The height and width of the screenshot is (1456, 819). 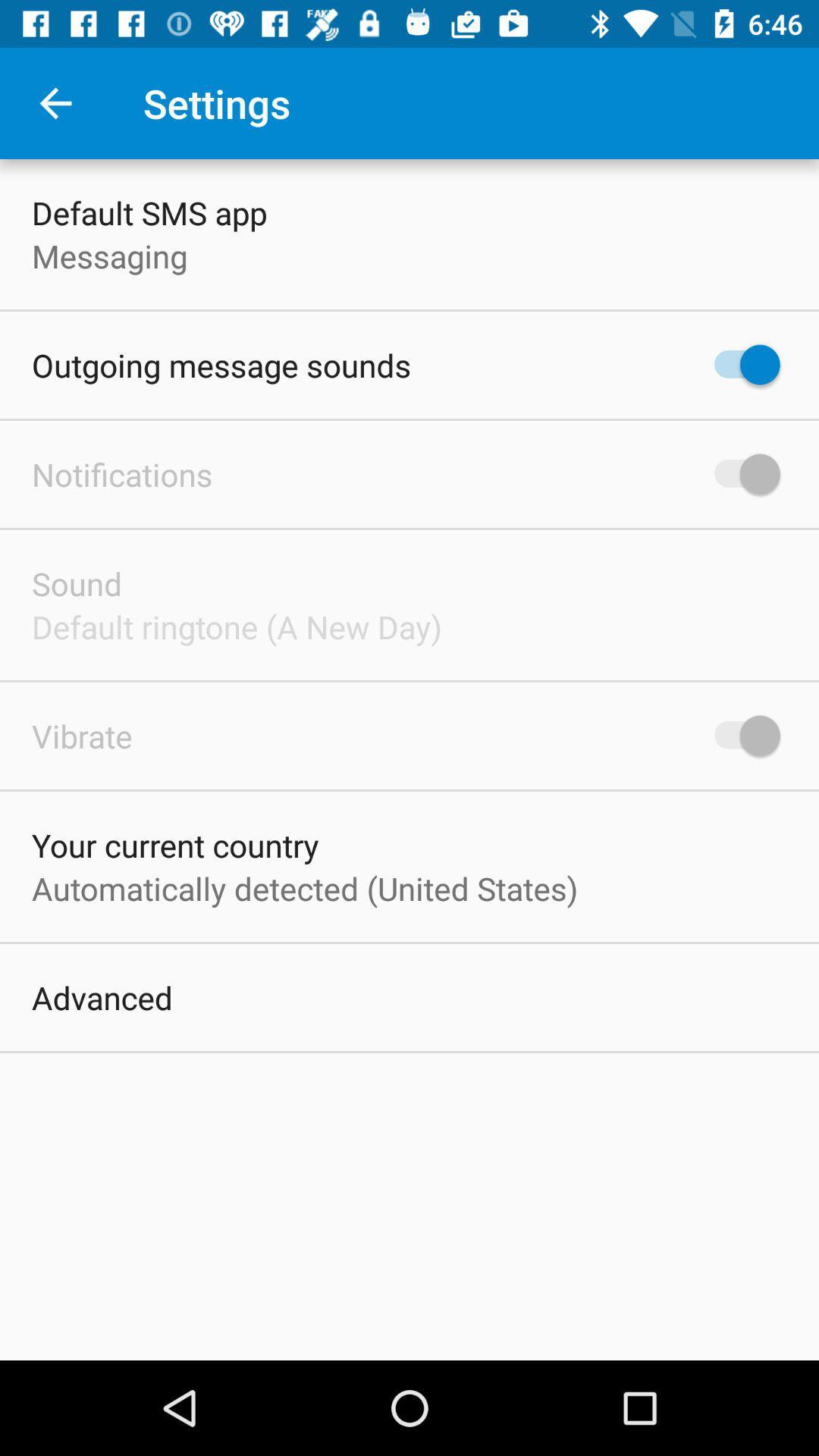 What do you see at coordinates (237, 626) in the screenshot?
I see `the default ringtone a icon` at bounding box center [237, 626].